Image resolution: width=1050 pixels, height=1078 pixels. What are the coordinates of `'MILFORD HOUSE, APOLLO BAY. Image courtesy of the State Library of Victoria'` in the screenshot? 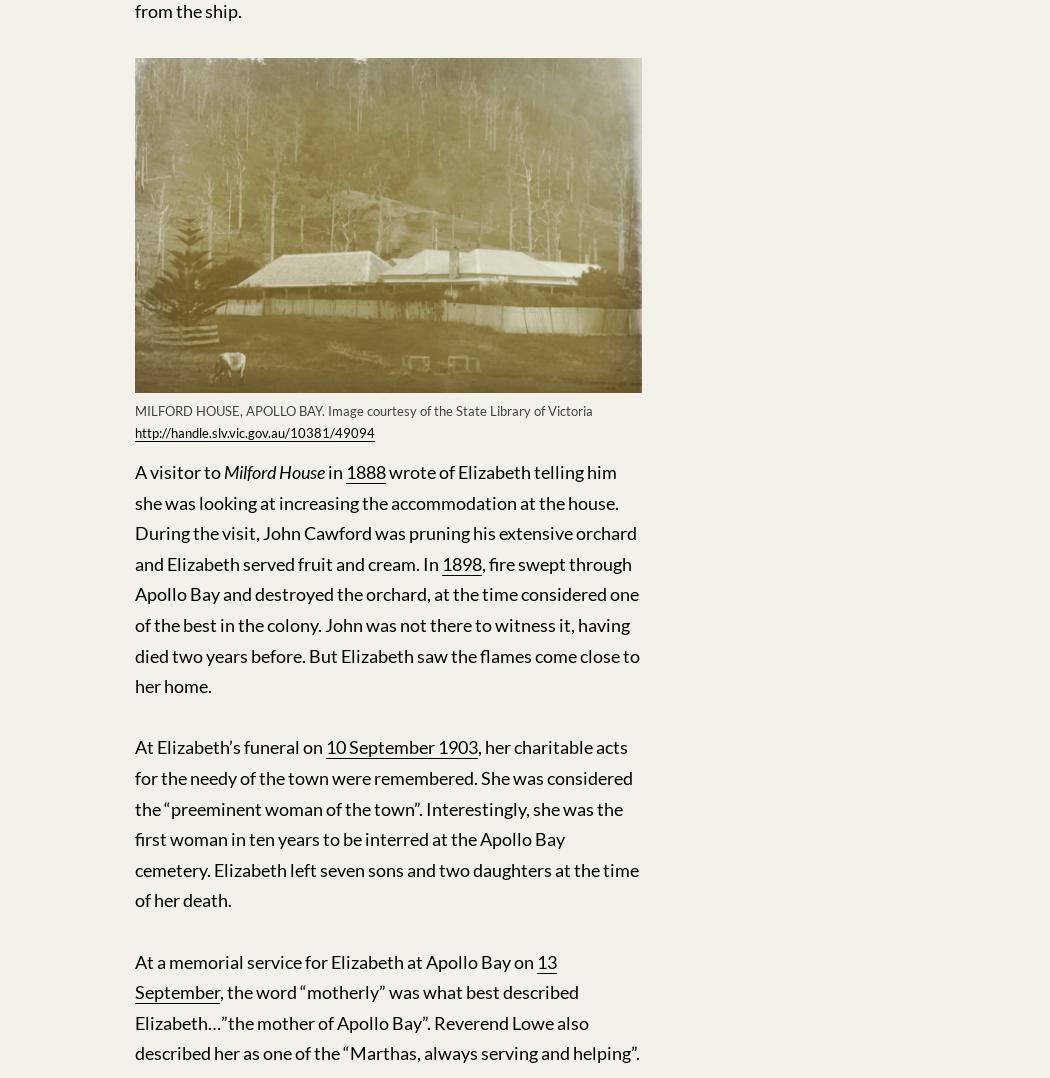 It's located at (363, 408).